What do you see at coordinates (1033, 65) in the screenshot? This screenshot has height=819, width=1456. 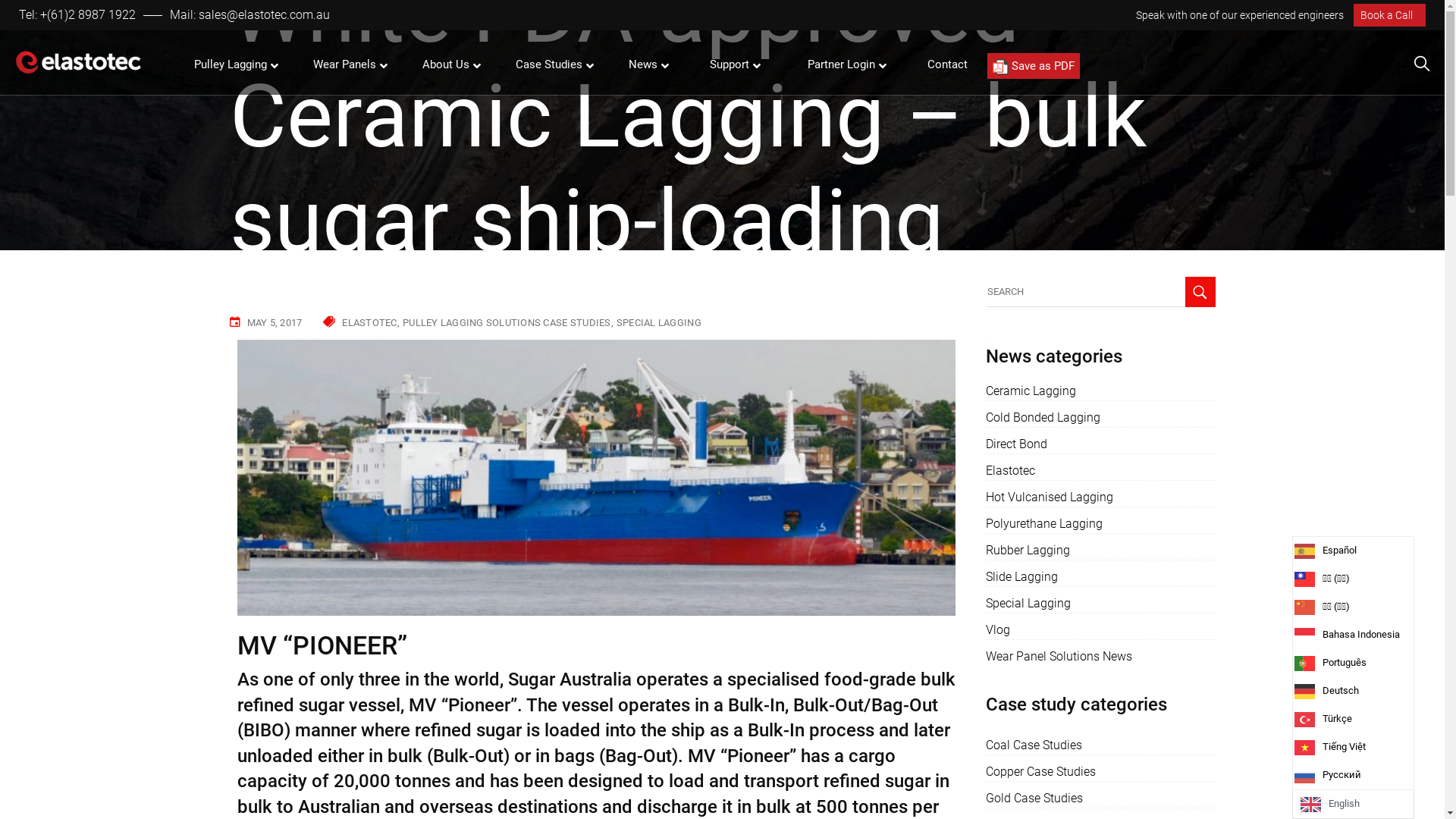 I see `' Save as PDF'` at bounding box center [1033, 65].